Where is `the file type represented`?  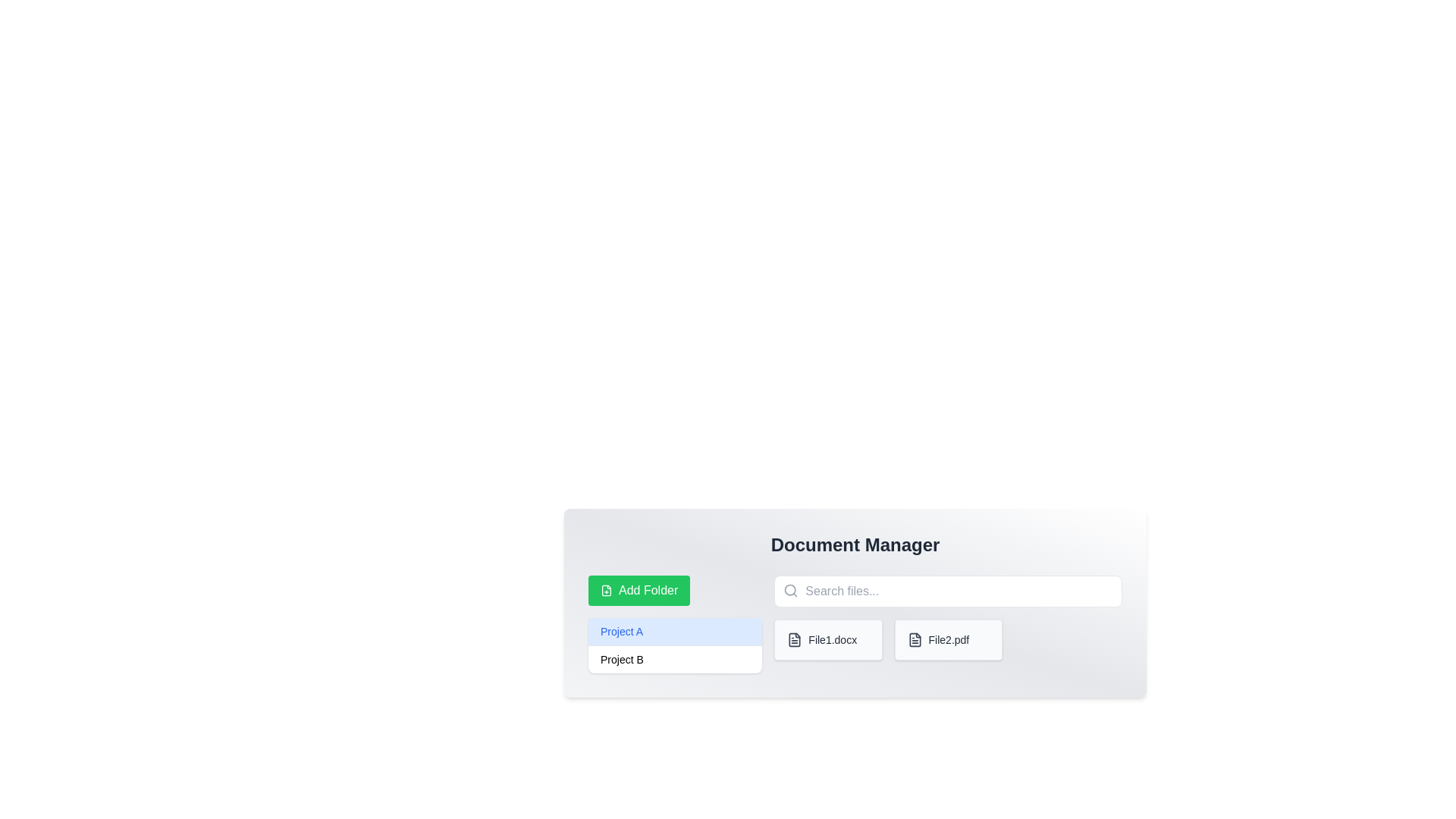
the file type represented is located at coordinates (794, 640).